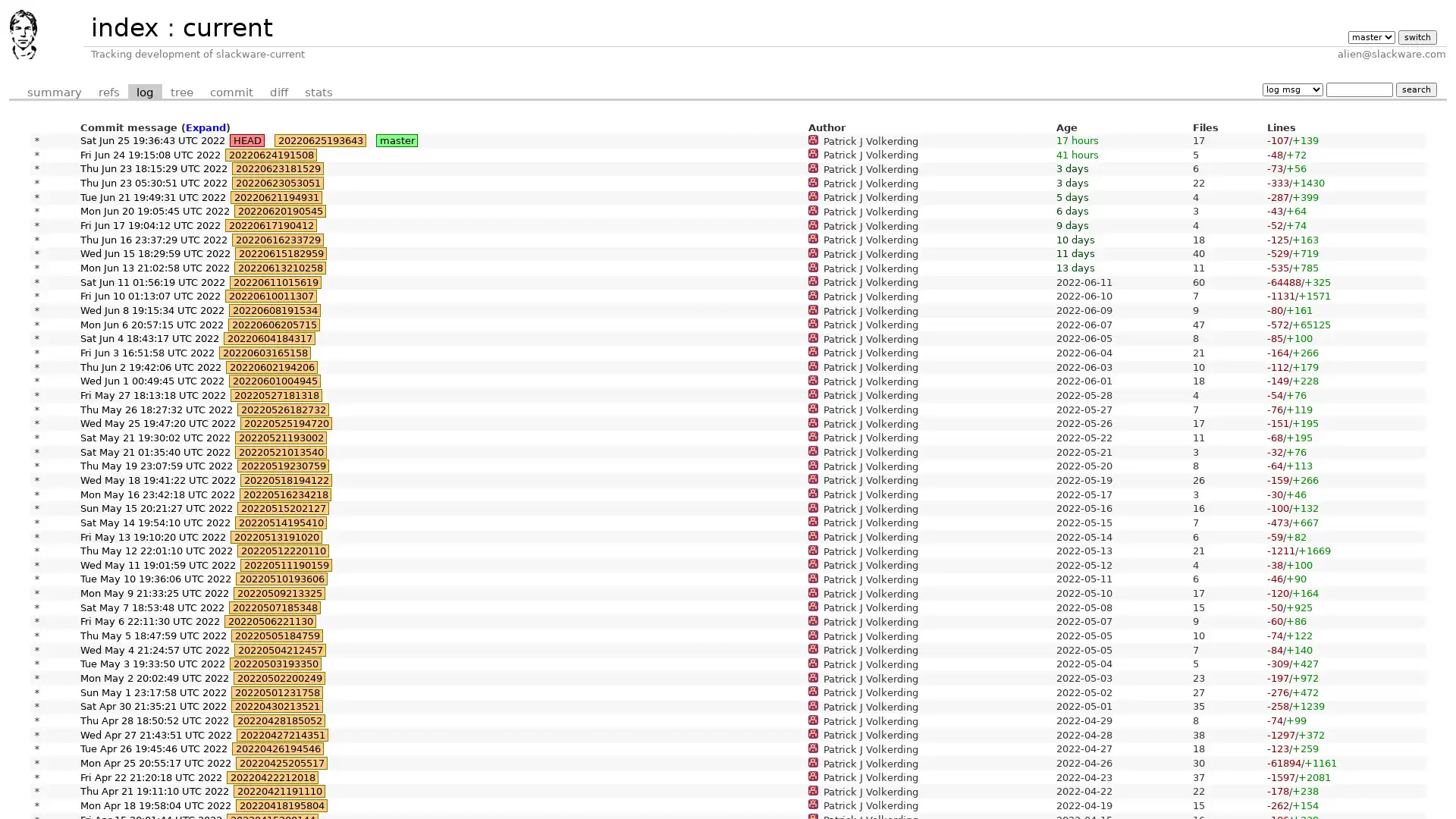 The image size is (1456, 819). I want to click on search, so click(1415, 89).